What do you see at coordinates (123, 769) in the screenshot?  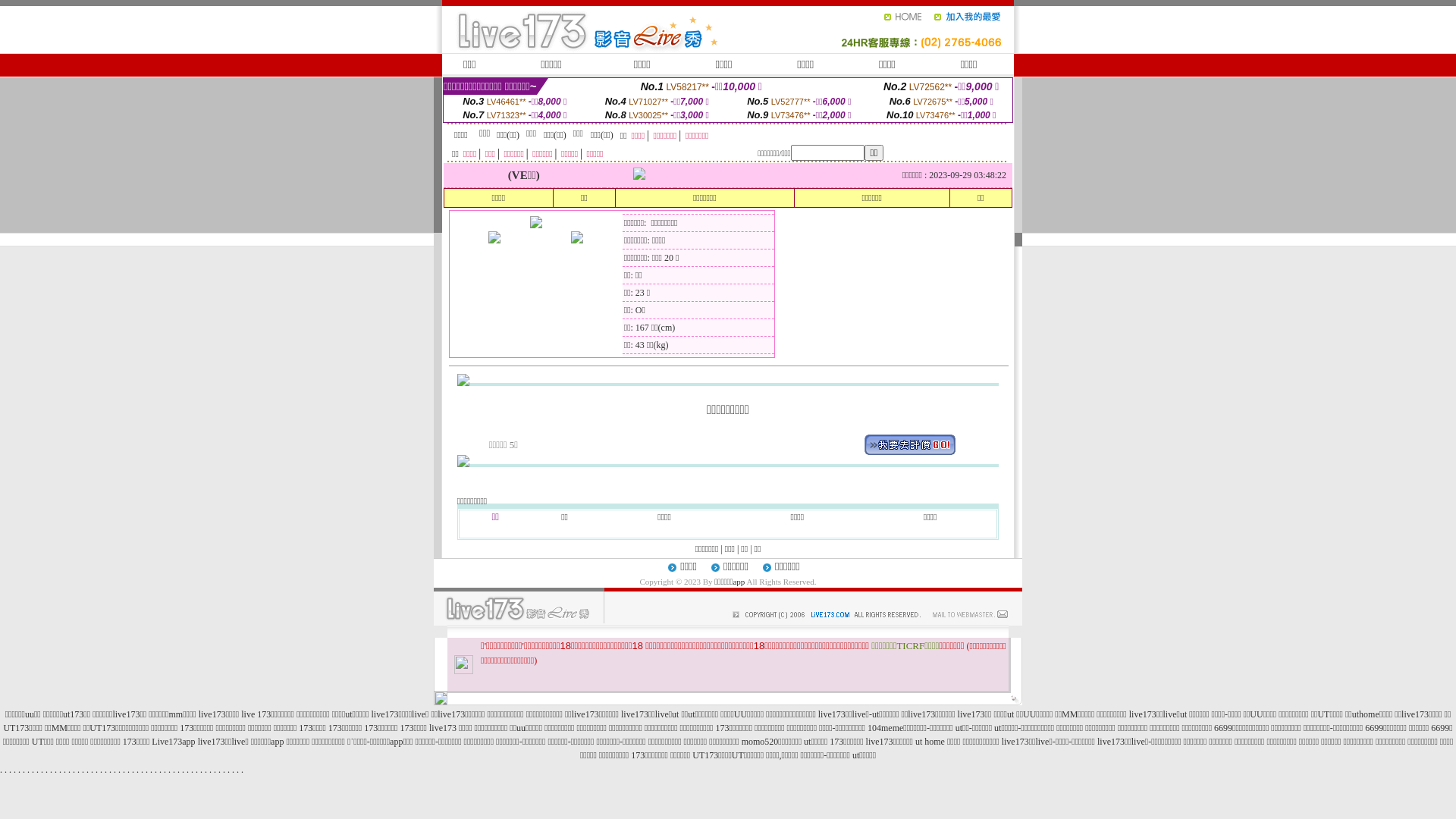 I see `'.'` at bounding box center [123, 769].